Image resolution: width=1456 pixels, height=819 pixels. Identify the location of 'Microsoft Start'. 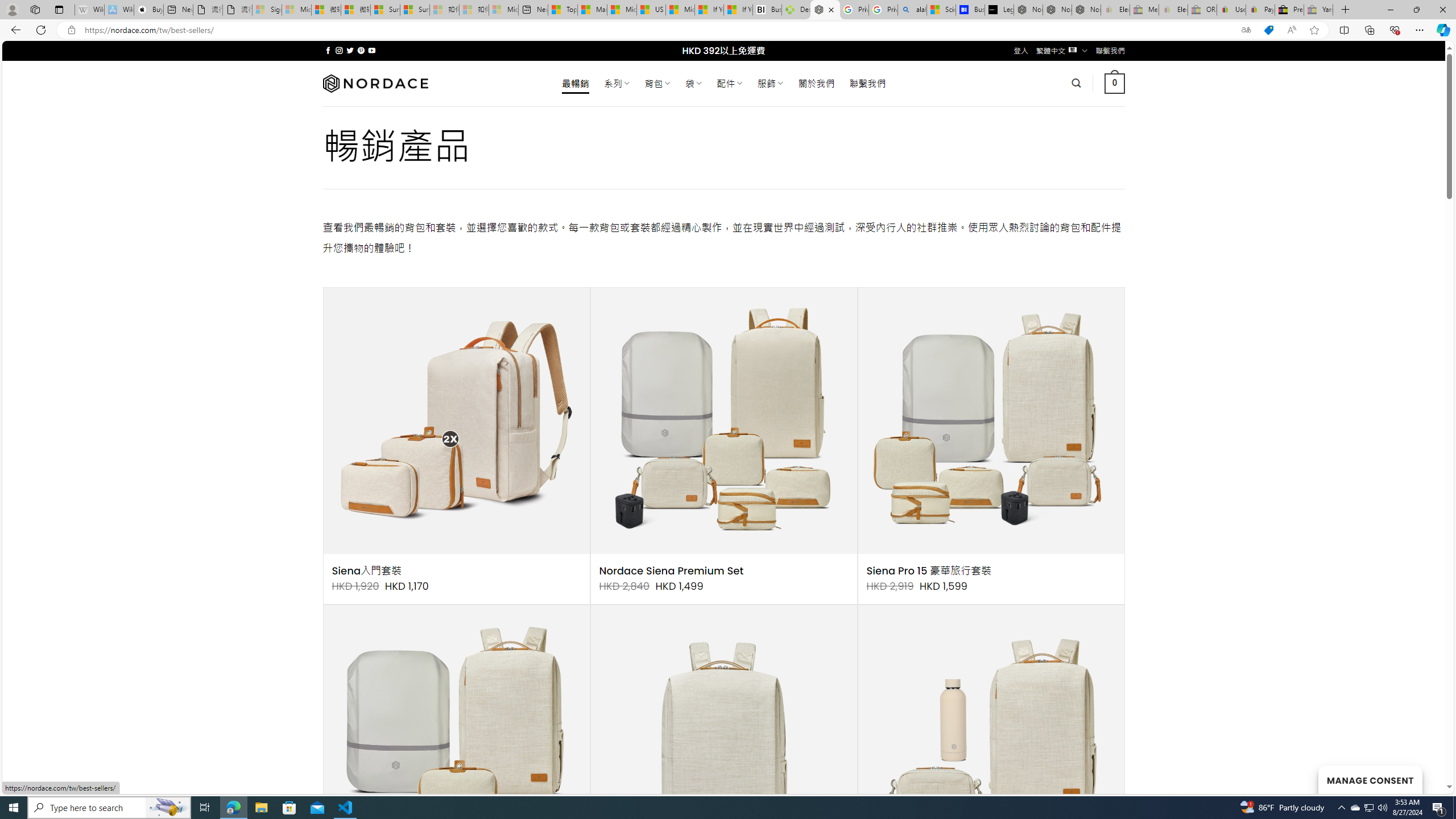
(679, 9).